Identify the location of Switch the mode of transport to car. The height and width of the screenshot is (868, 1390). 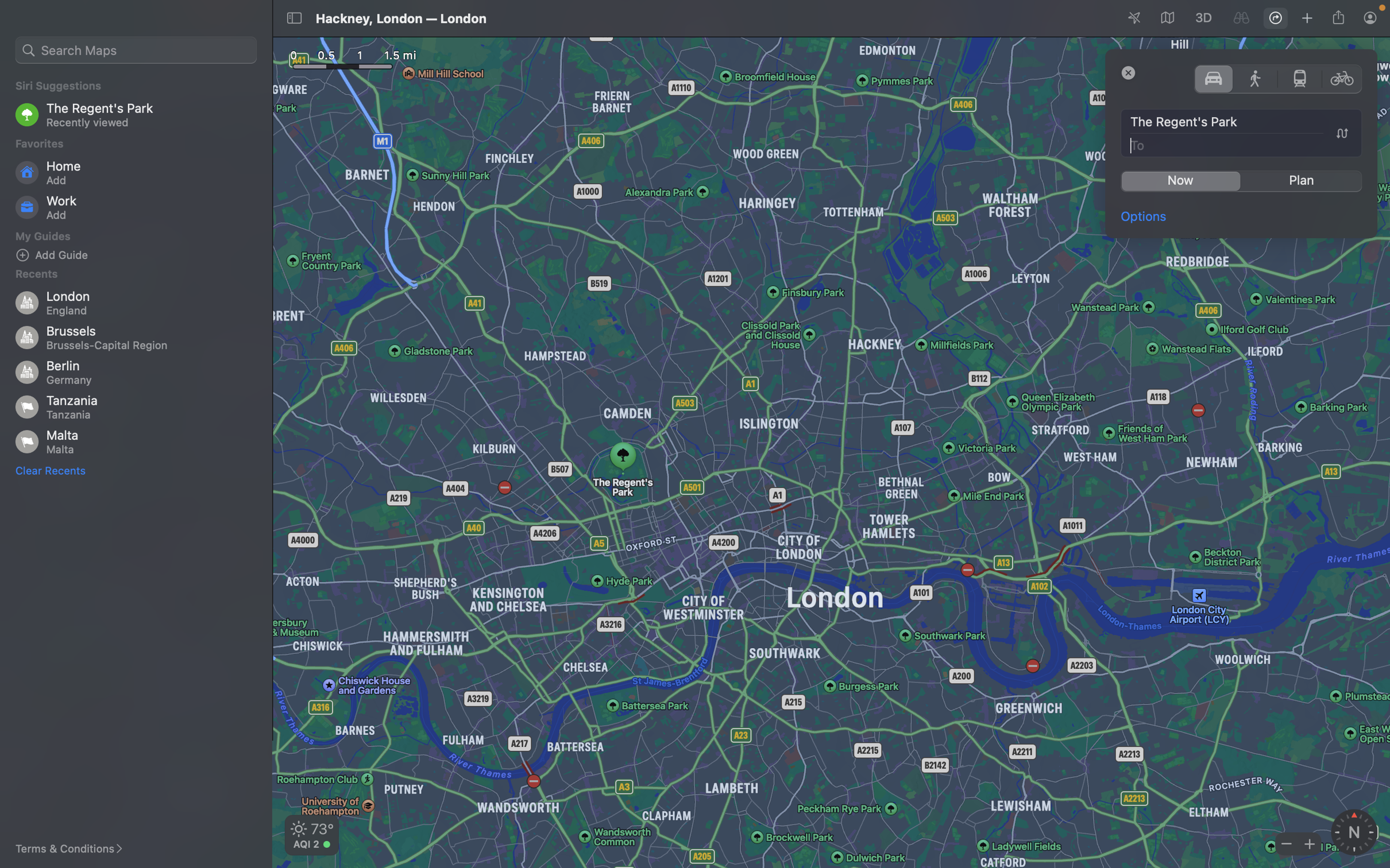
(1213, 77).